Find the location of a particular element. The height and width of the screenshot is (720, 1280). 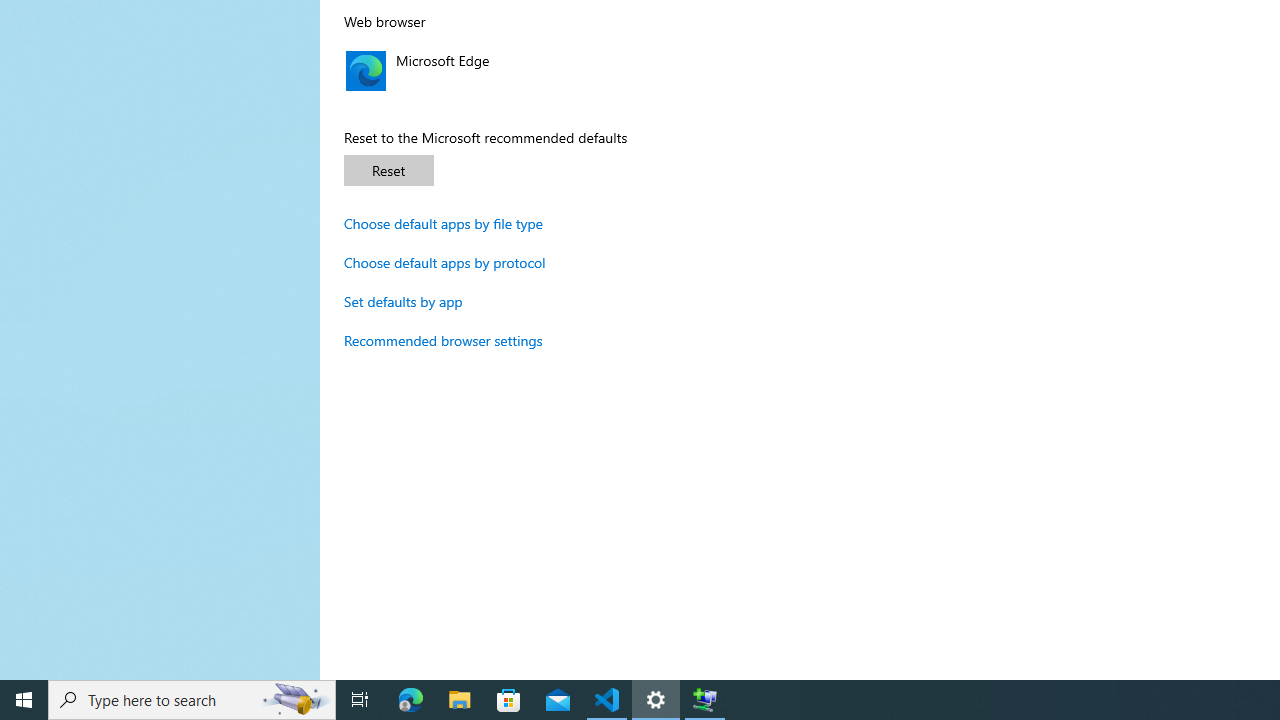

'Settings - 1 running window' is located at coordinates (656, 698).